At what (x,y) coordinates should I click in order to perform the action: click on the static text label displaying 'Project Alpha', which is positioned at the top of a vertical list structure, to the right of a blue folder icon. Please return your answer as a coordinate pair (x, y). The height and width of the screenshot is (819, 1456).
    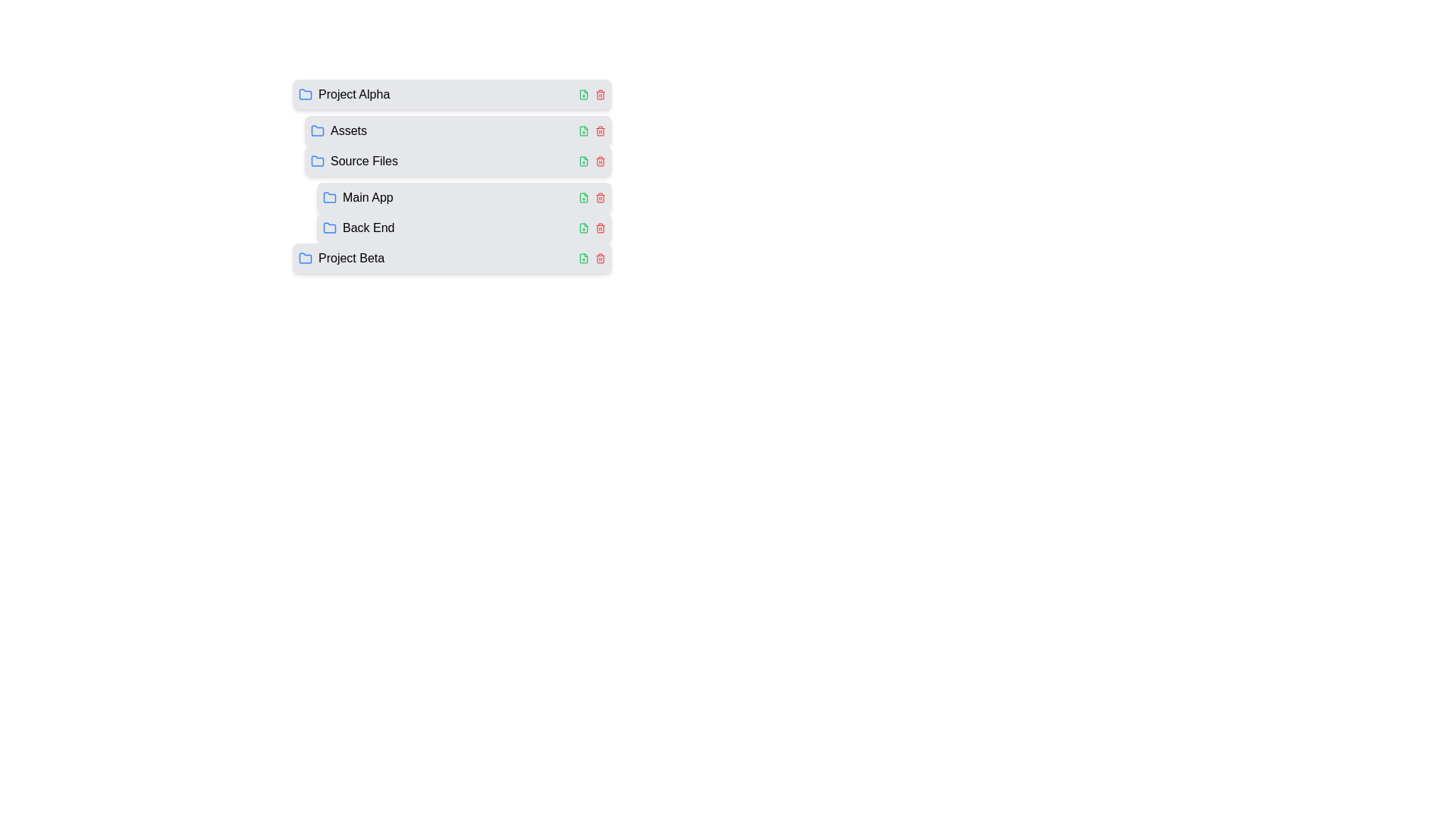
    Looking at the image, I should click on (353, 94).